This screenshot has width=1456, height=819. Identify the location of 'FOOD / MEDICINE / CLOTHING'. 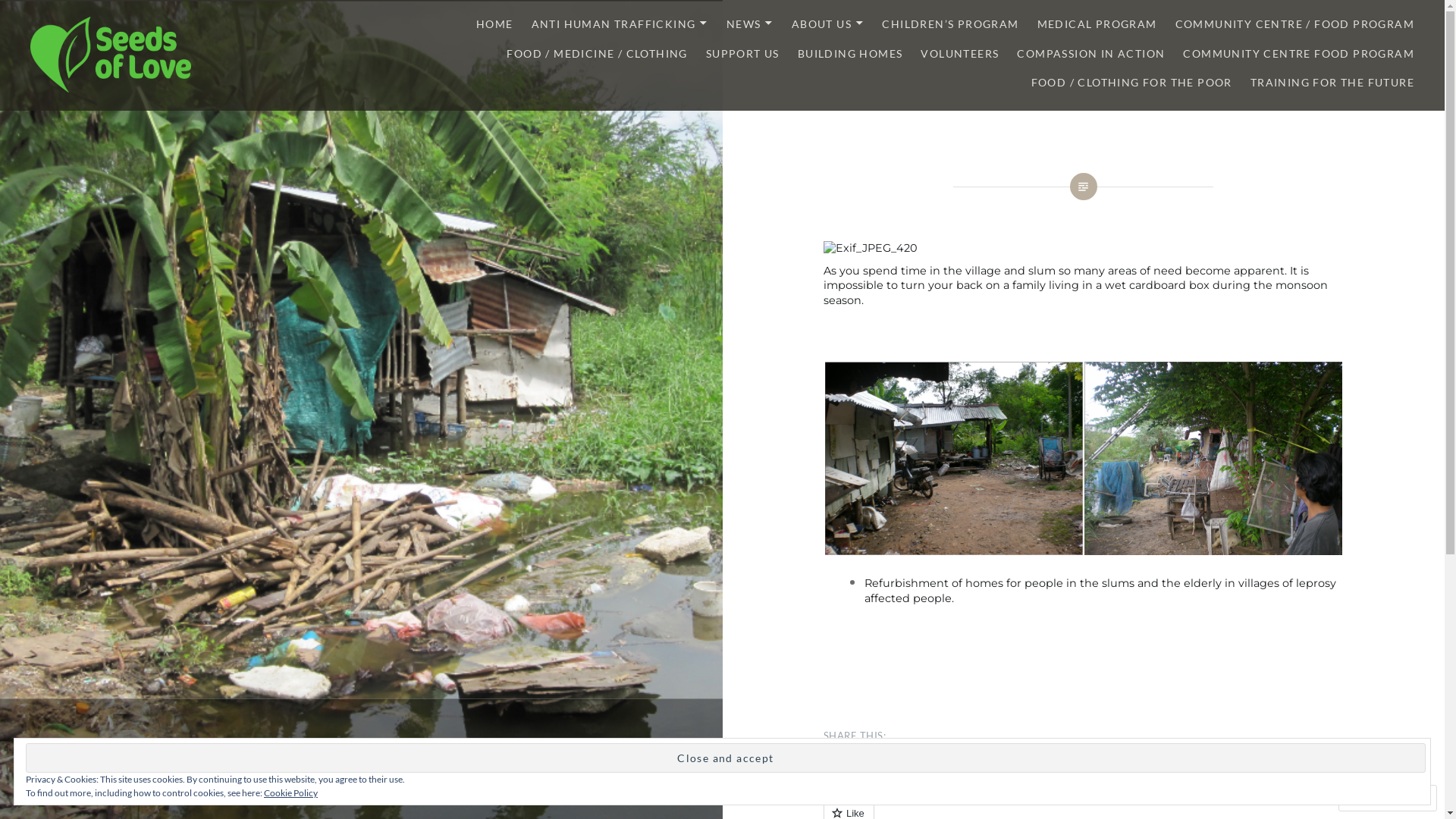
(506, 53).